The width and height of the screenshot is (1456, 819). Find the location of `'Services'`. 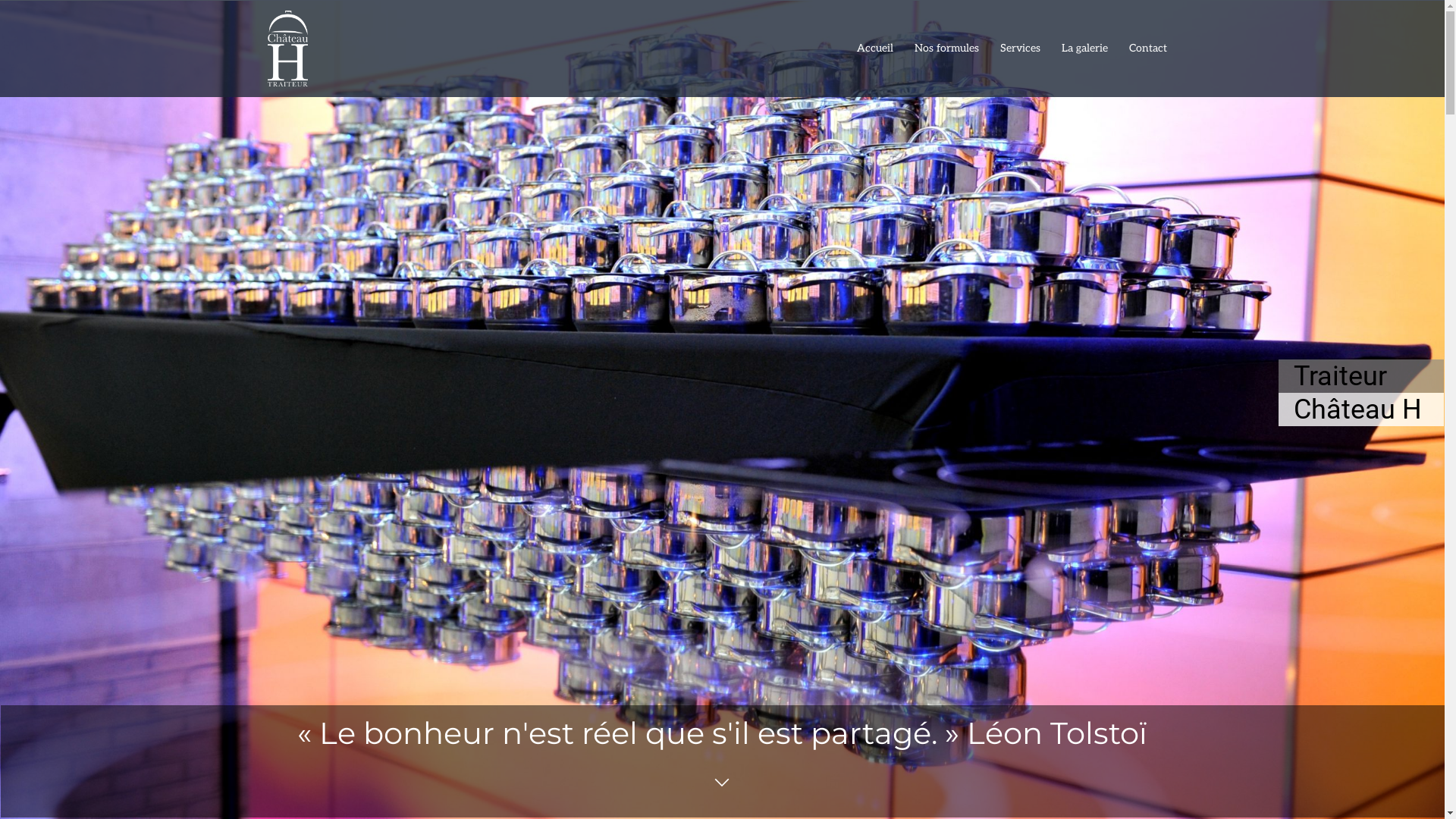

'Services' is located at coordinates (989, 48).